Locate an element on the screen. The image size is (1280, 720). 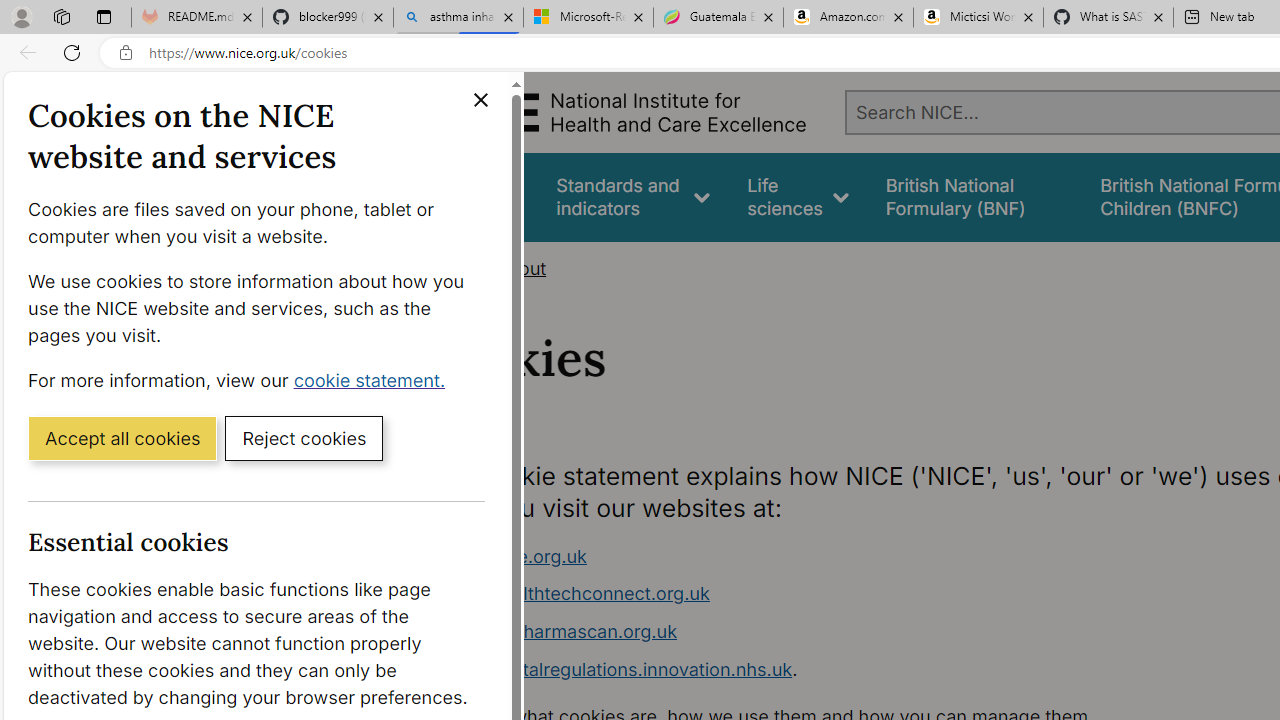
'Accept all cookies' is located at coordinates (121, 436).